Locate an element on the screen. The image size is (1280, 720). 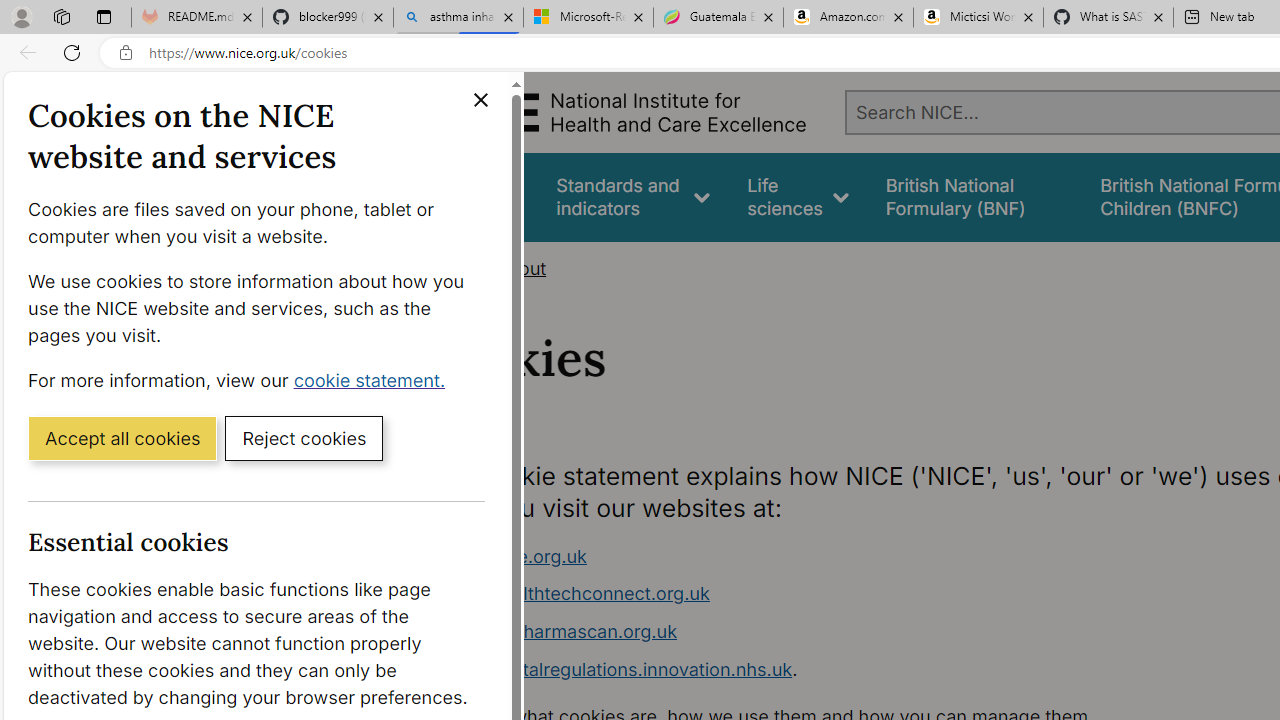
'Accept all cookies' is located at coordinates (121, 436).